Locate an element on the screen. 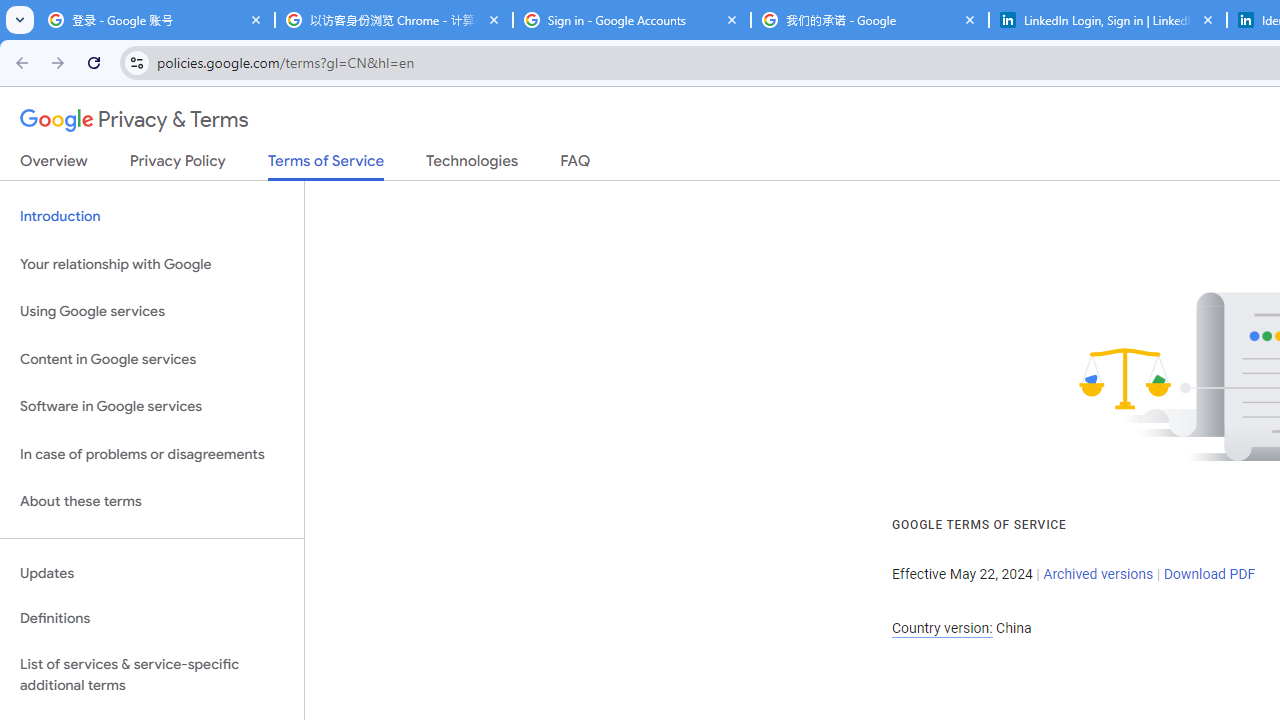 The image size is (1280, 720). 'Download PDF' is located at coordinates (1208, 574).